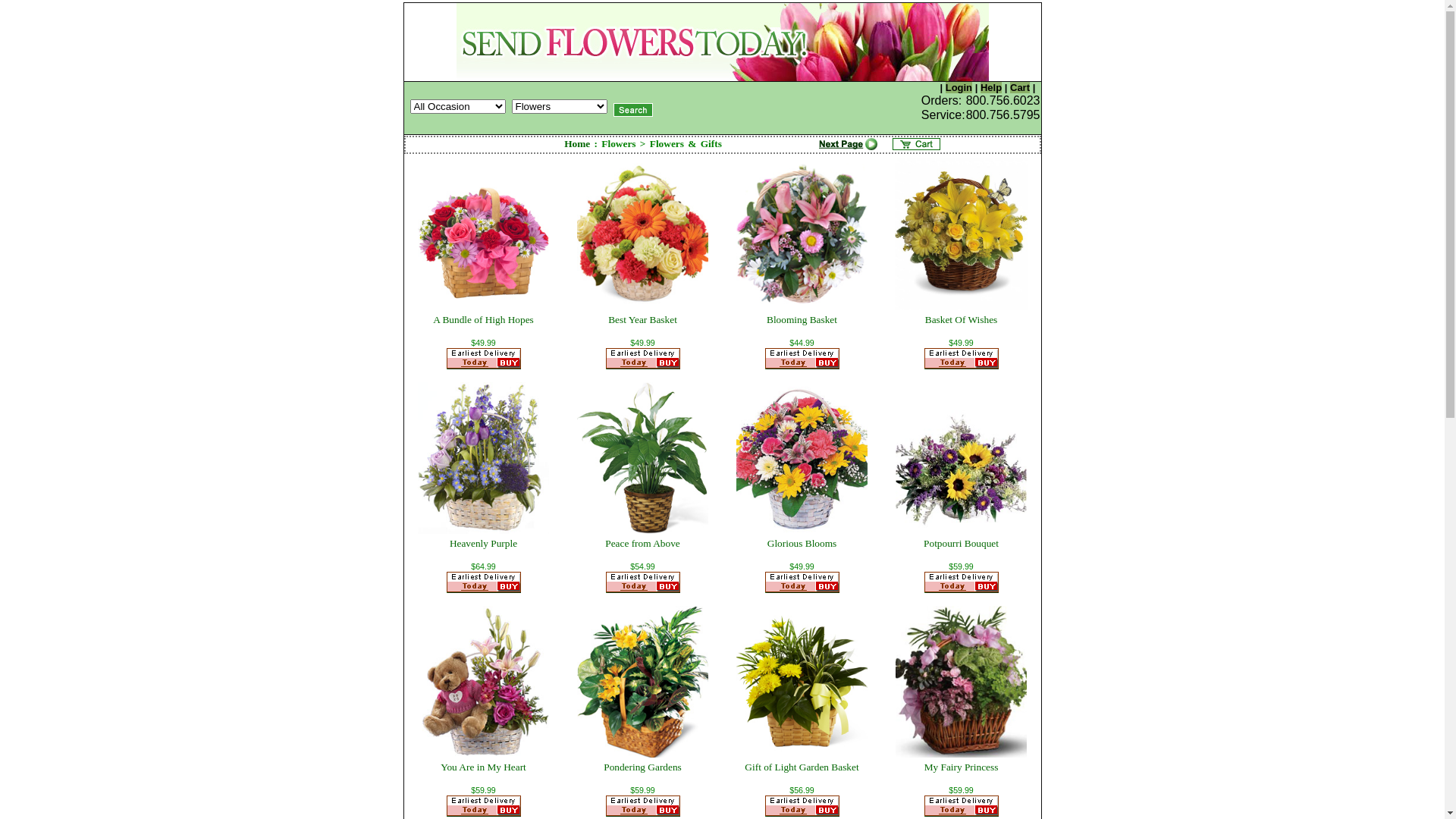  What do you see at coordinates (1019, 87) in the screenshot?
I see `'Cart'` at bounding box center [1019, 87].